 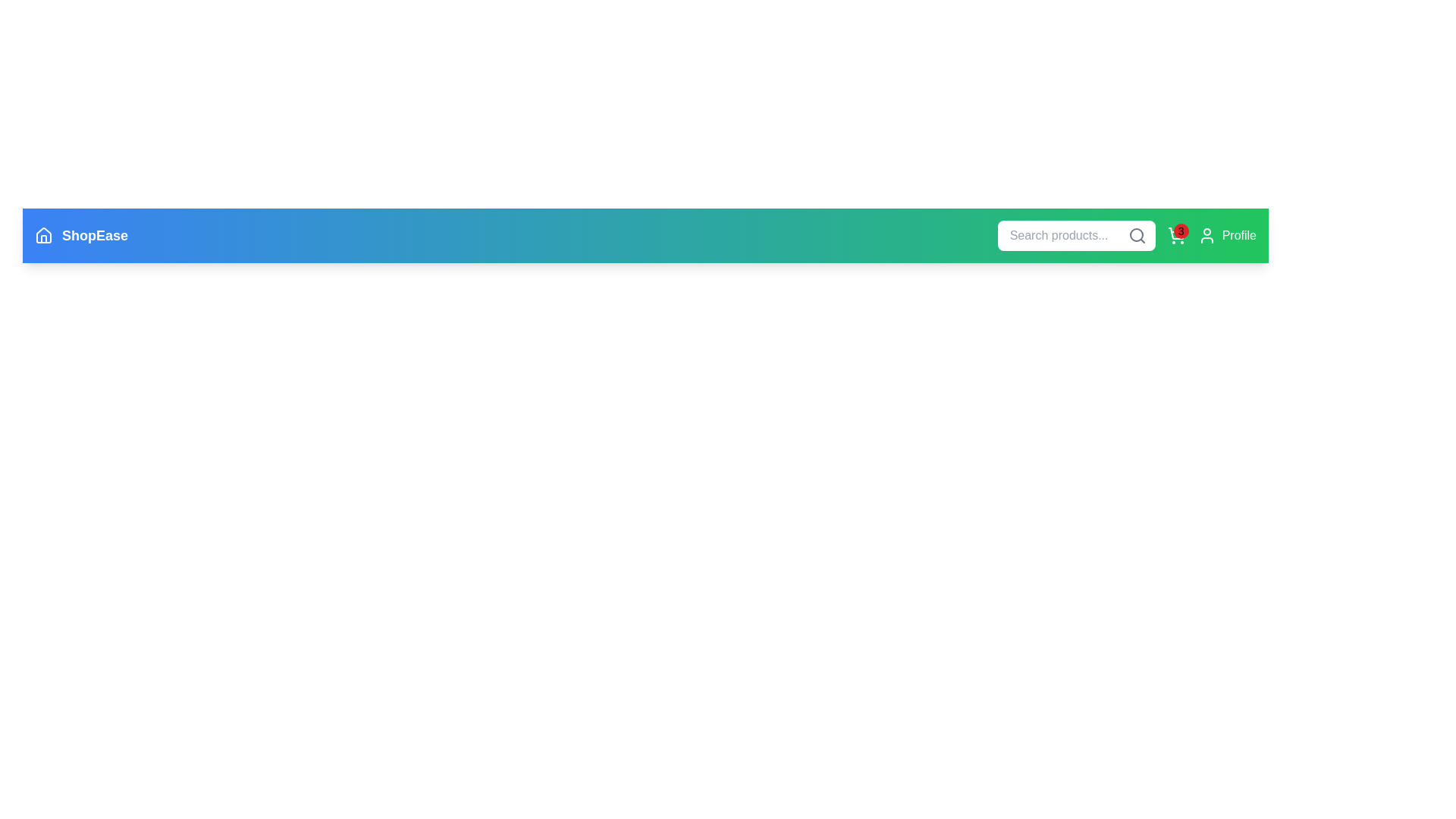 What do you see at coordinates (80, 236) in the screenshot?
I see `the text 'ShopEase' in the header to highlight it` at bounding box center [80, 236].